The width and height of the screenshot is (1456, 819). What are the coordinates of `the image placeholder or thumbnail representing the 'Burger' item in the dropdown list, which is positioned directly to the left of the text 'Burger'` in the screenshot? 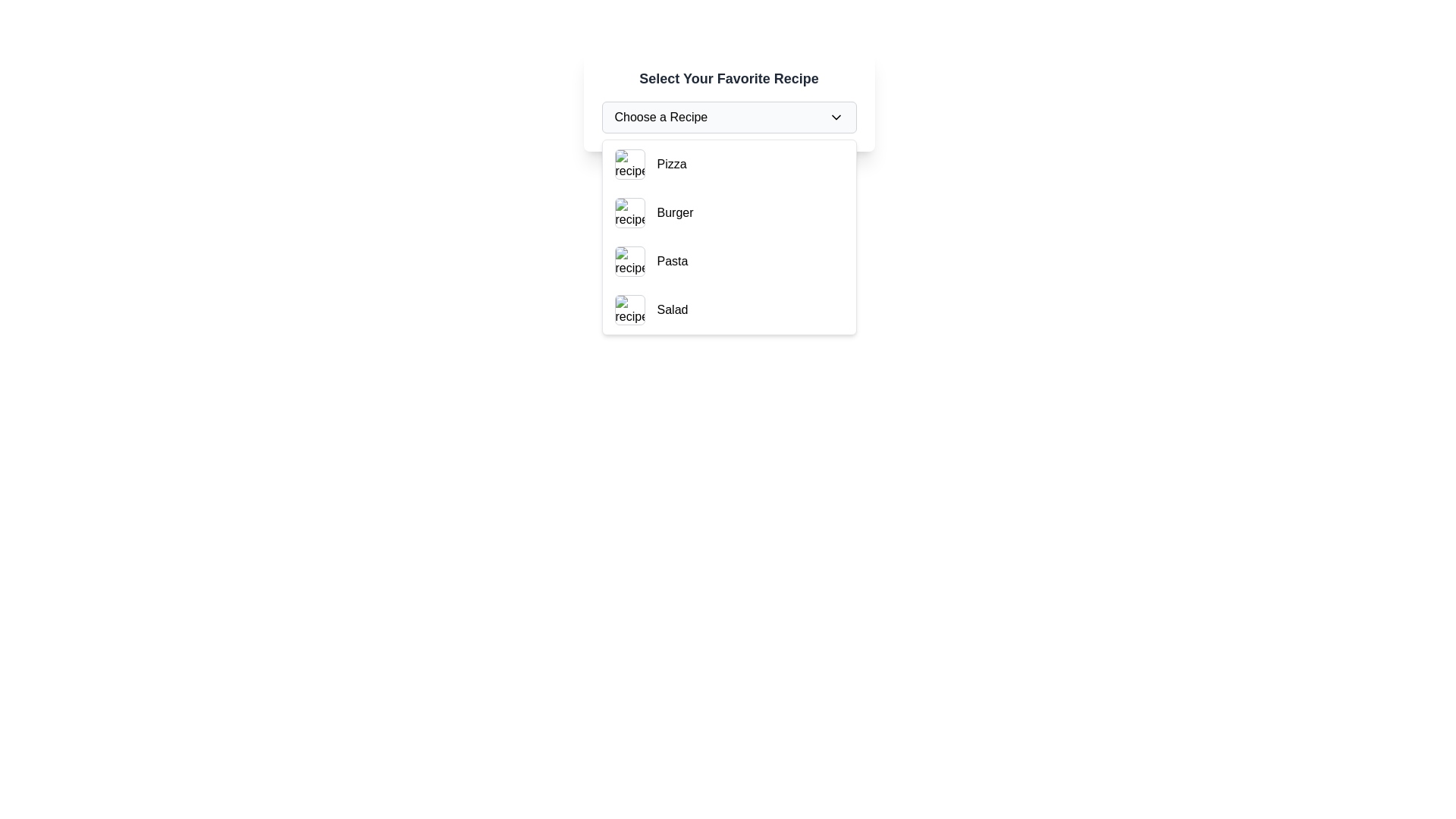 It's located at (629, 213).